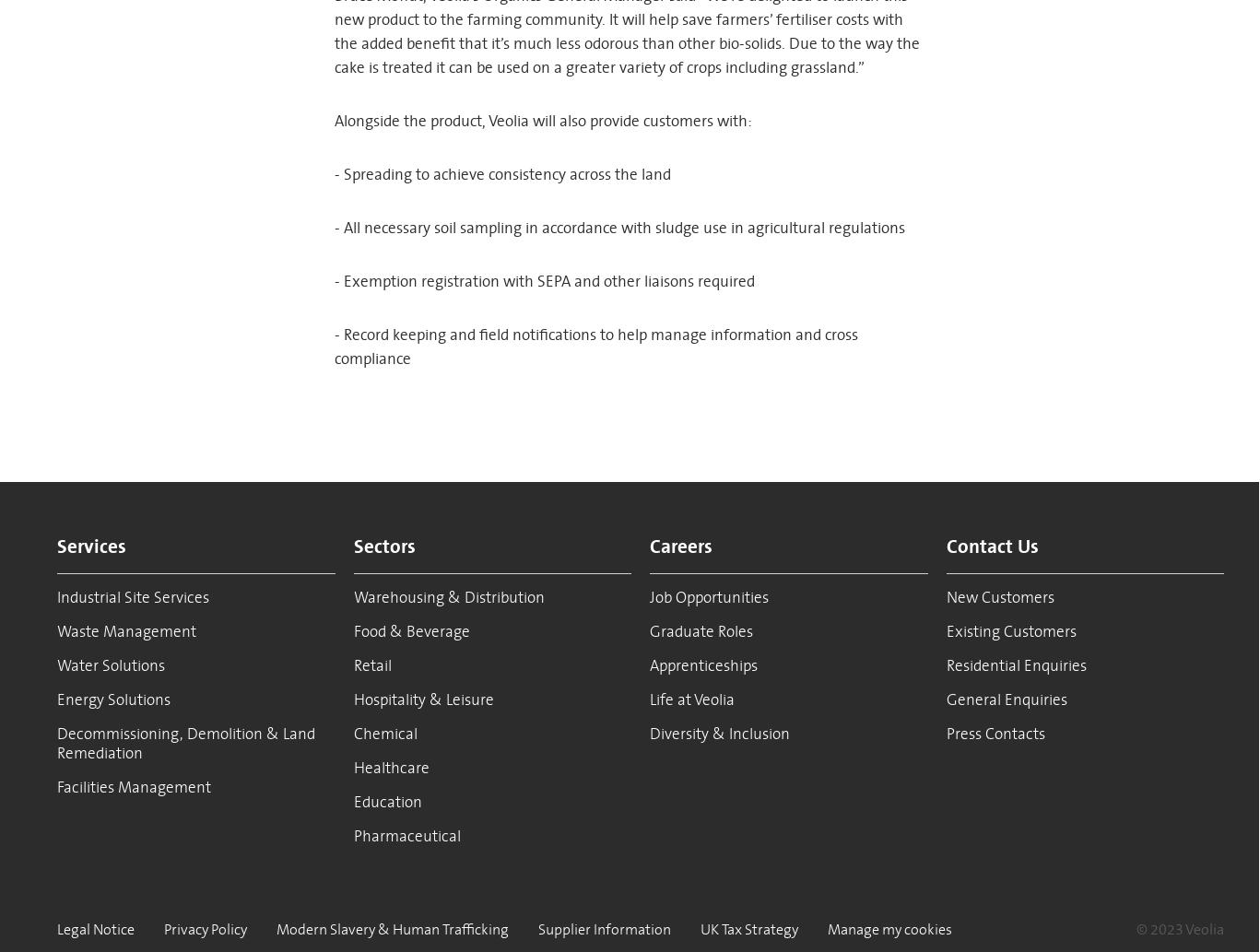 The height and width of the screenshot is (952, 1260). What do you see at coordinates (994, 734) in the screenshot?
I see `'Press Contacts'` at bounding box center [994, 734].